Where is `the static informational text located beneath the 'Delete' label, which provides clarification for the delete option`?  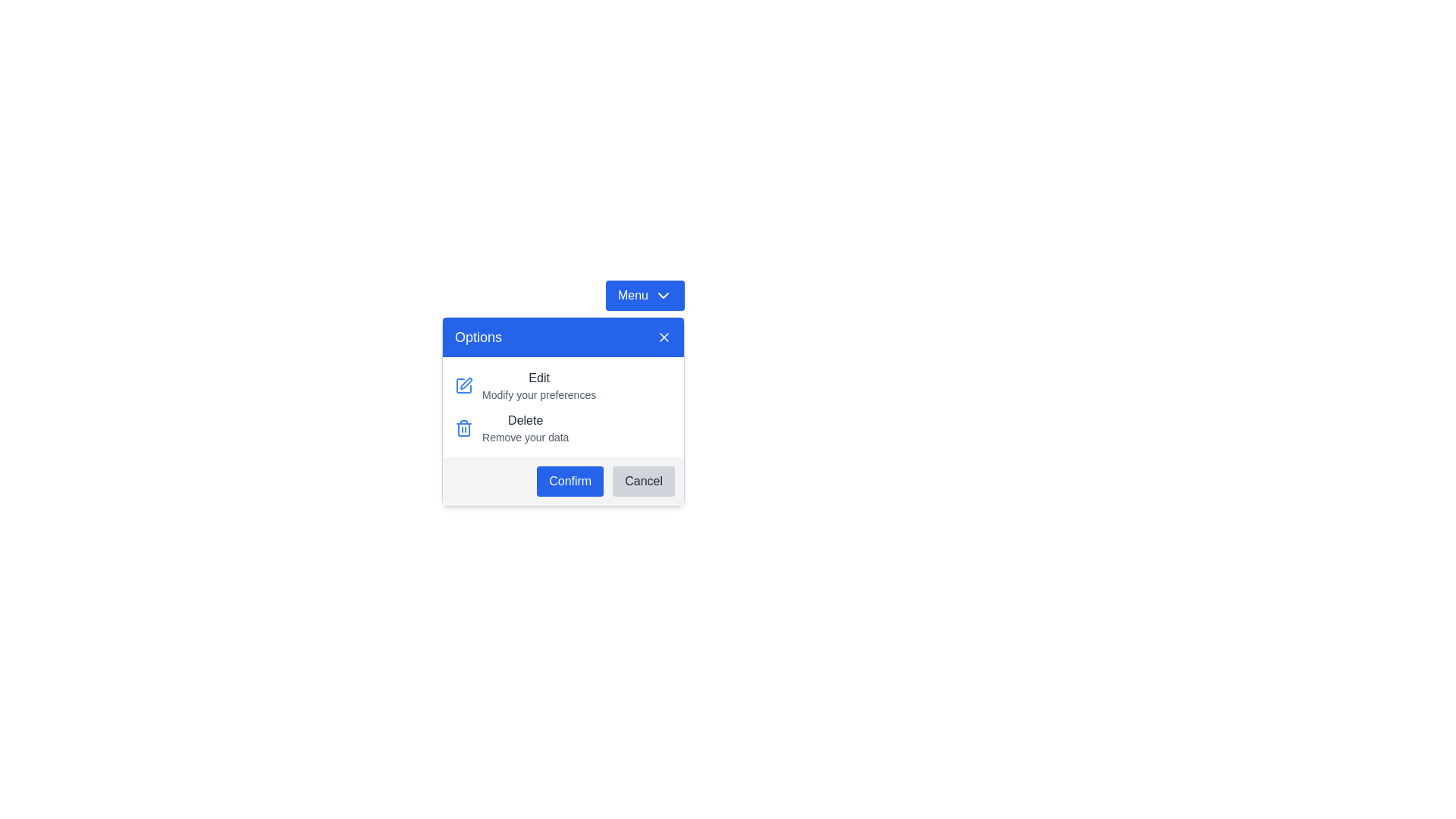 the static informational text located beneath the 'Delete' label, which provides clarification for the delete option is located at coordinates (526, 438).